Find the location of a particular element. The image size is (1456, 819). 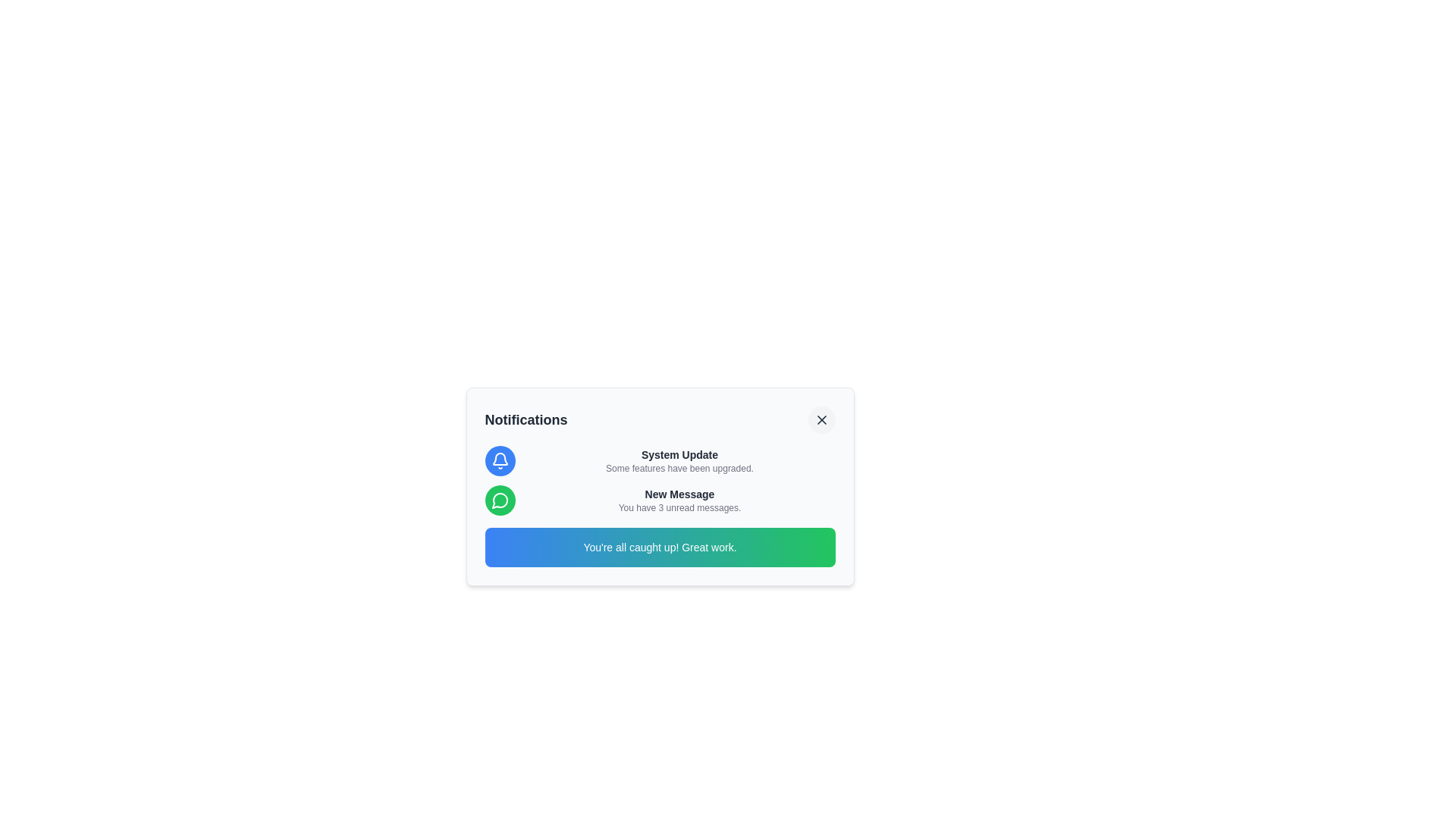

the message notification icon located in the lower-left part of the notification box, below and slightly to the left of the title 'New Message' is located at coordinates (499, 500).